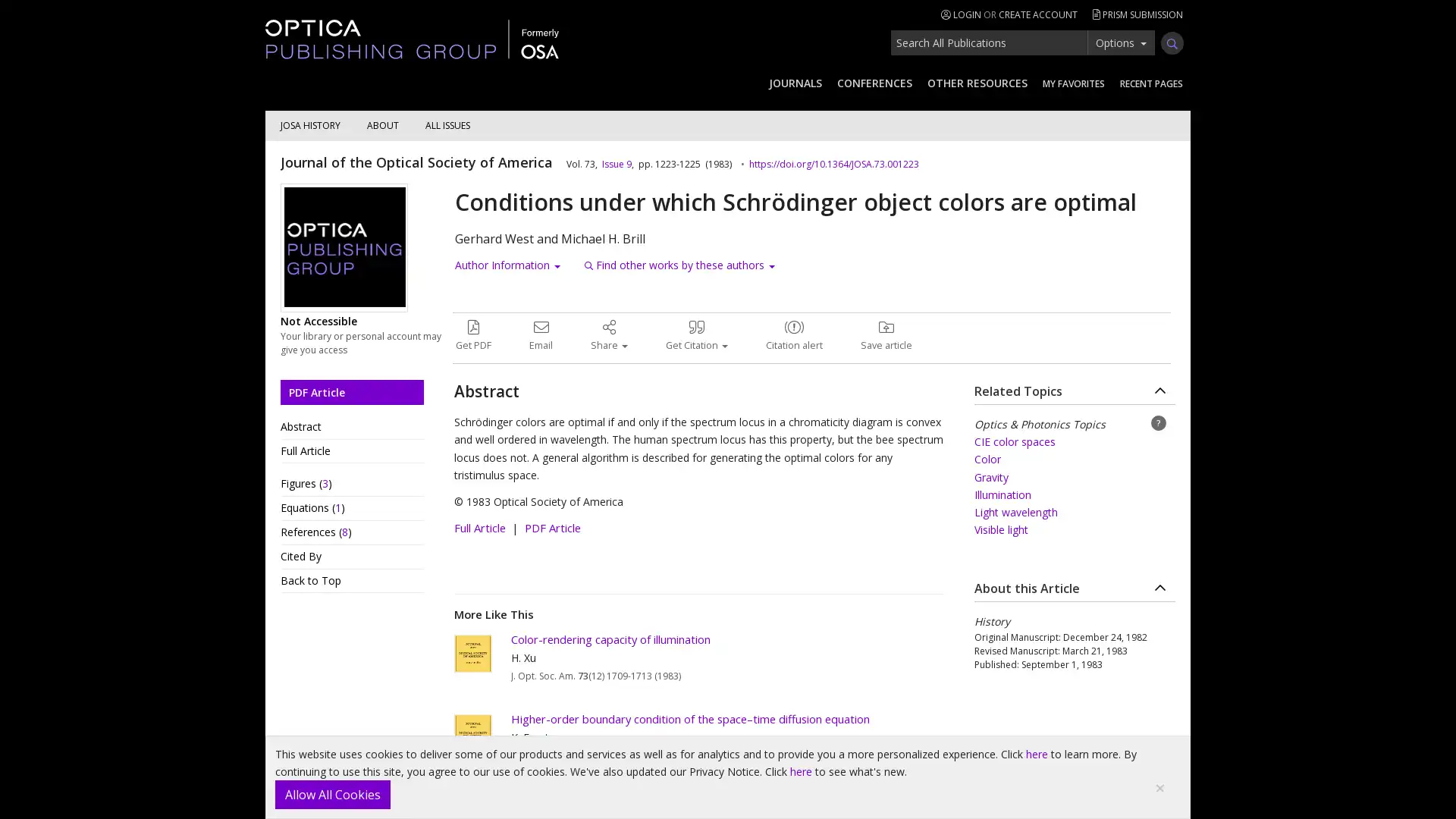  Describe the element at coordinates (1171, 42) in the screenshot. I see `start search` at that location.